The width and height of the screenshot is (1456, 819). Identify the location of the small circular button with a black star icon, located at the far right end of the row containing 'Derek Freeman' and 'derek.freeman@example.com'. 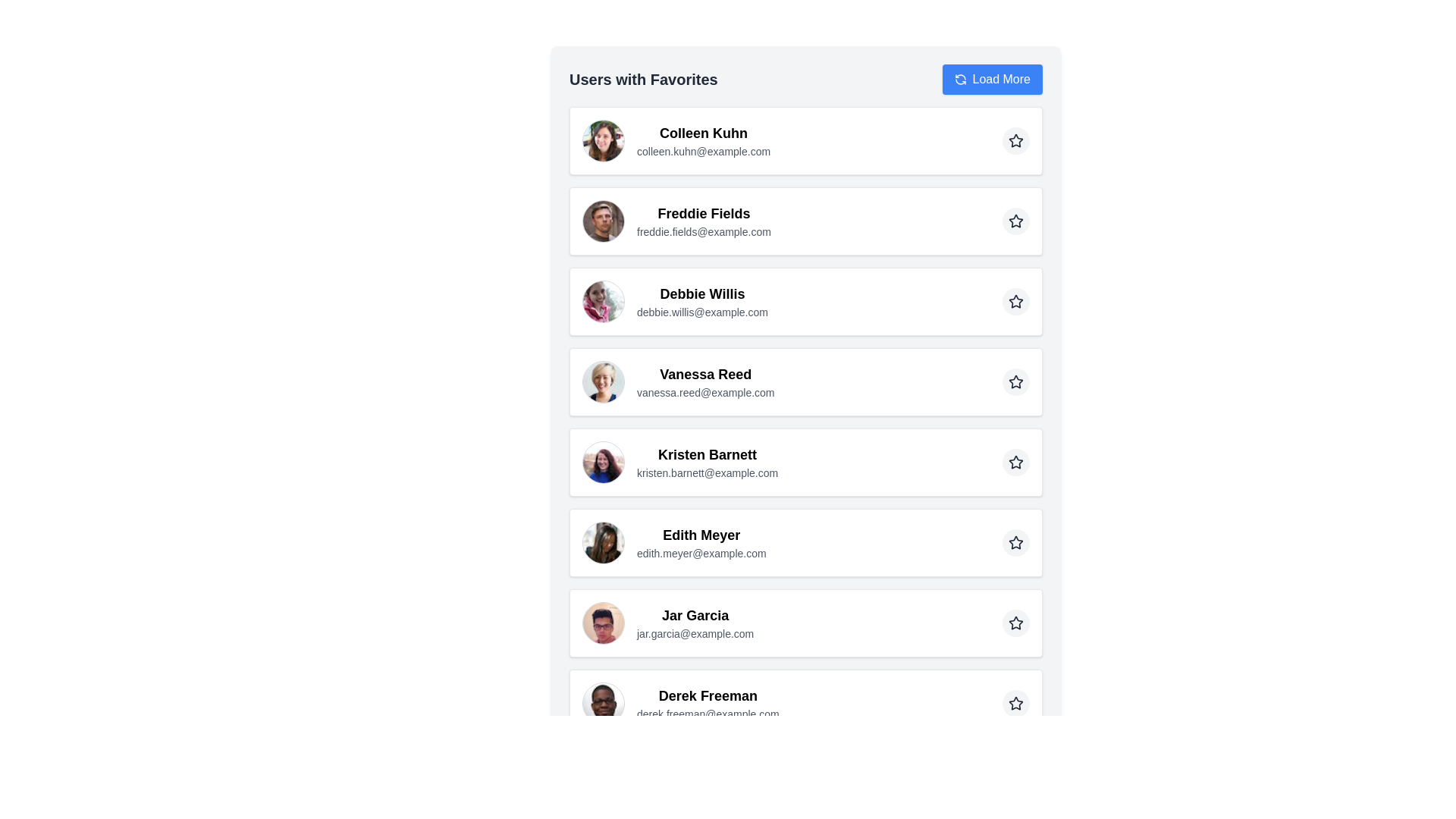
(1015, 704).